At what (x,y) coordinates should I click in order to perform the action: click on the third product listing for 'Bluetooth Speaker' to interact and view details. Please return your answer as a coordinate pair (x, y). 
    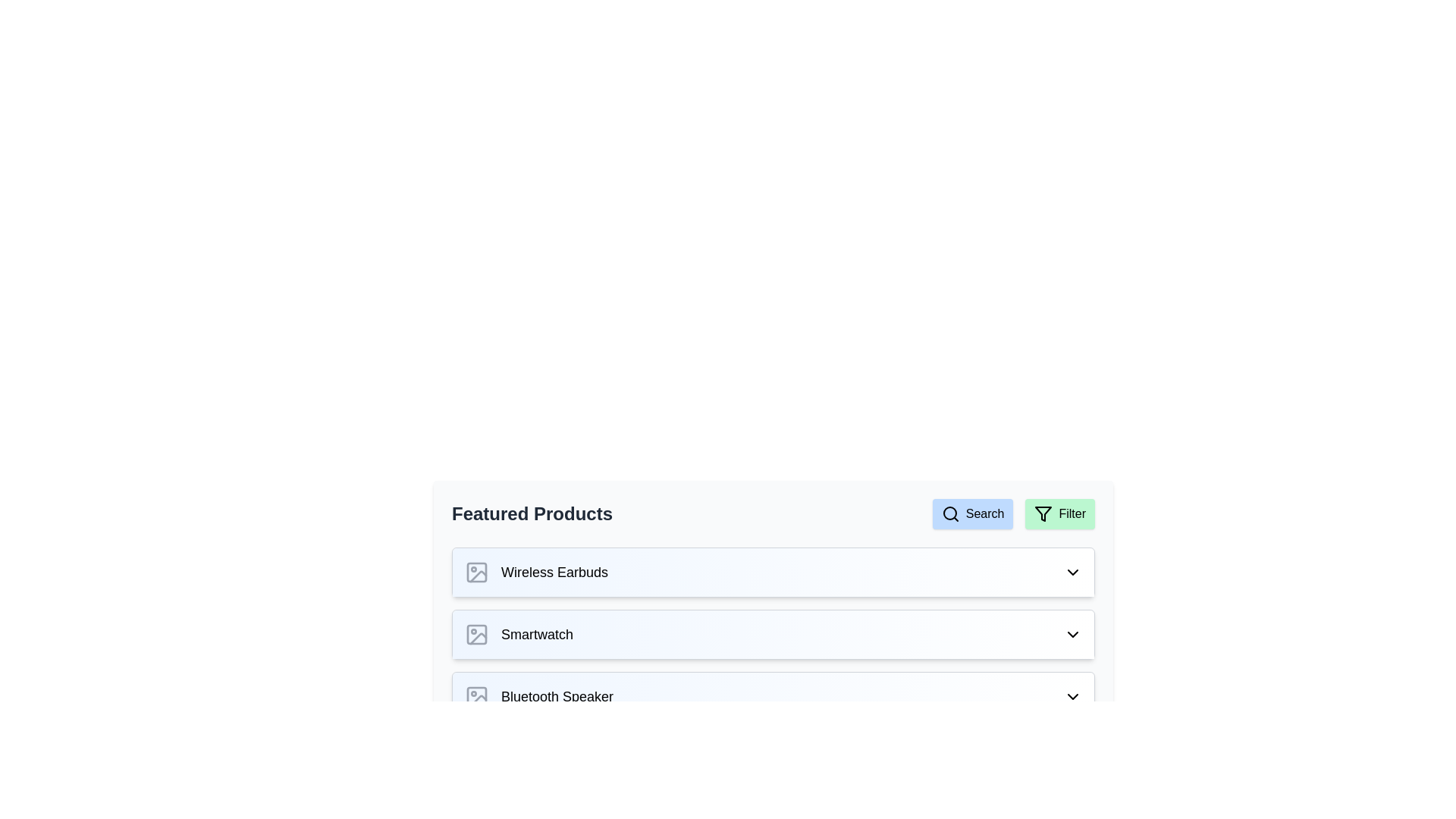
    Looking at the image, I should click on (773, 696).